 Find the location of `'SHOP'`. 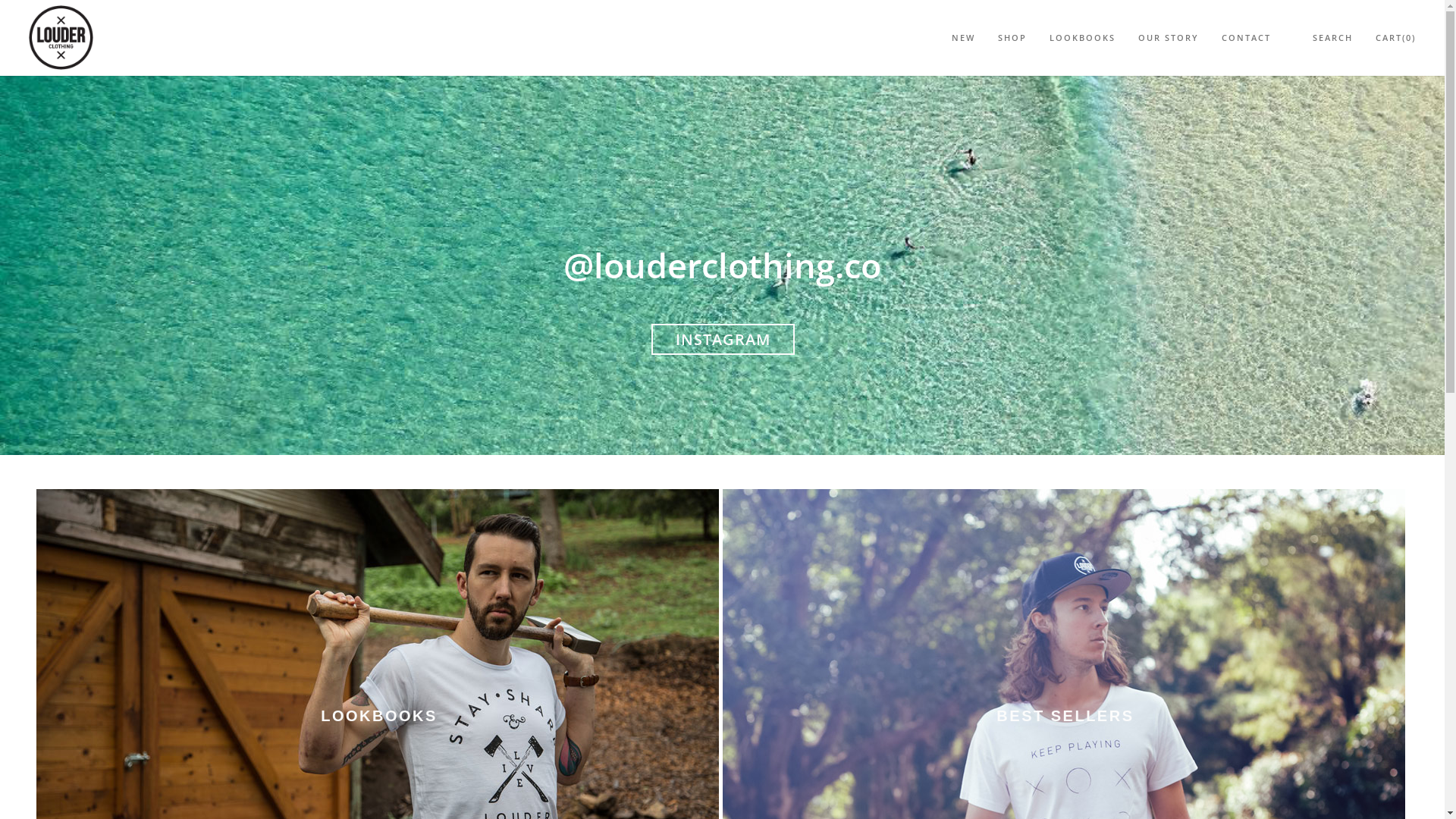

'SHOP' is located at coordinates (997, 37).